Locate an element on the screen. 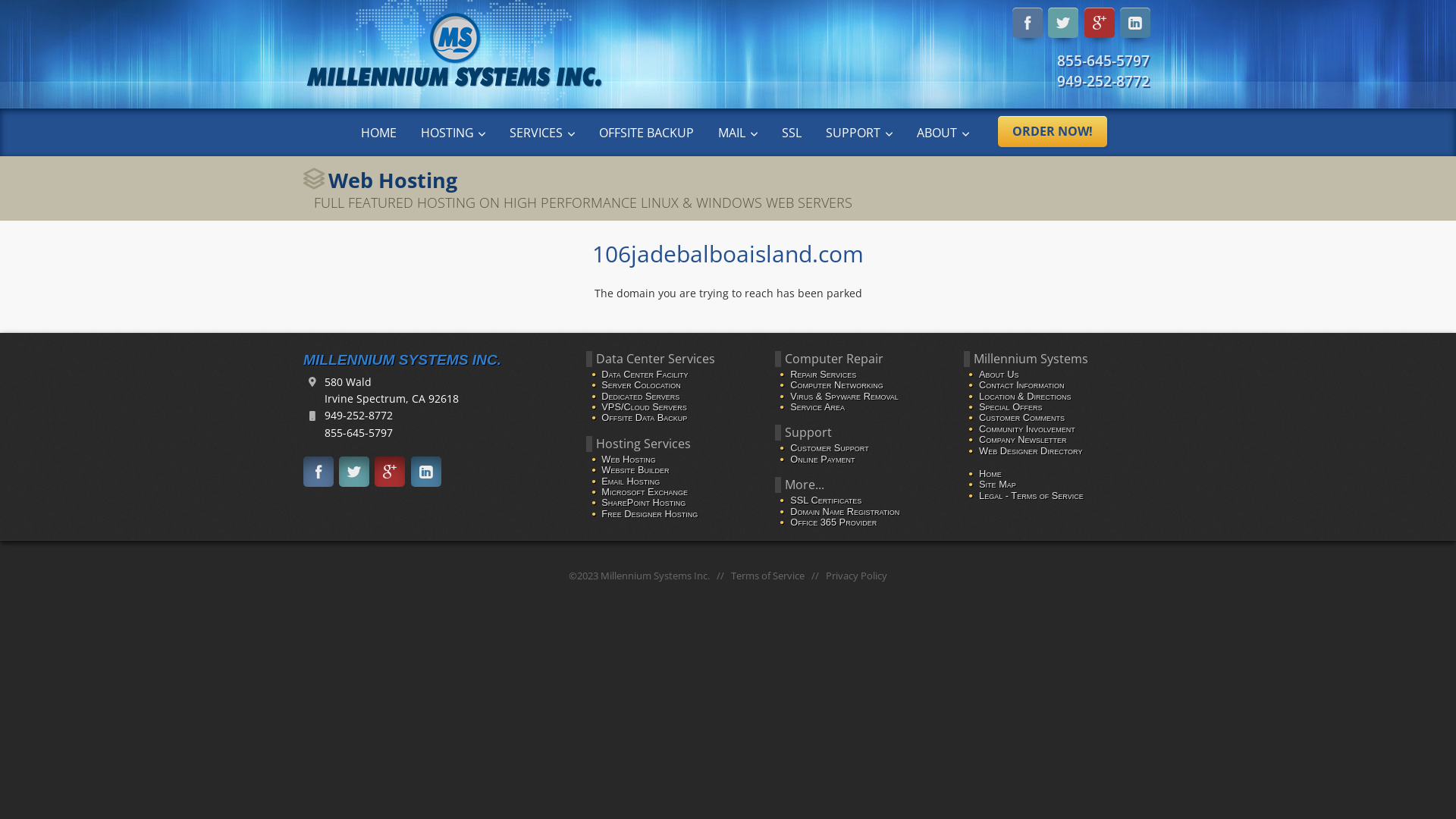 The width and height of the screenshot is (1456, 819). 'Privacy Policy' is located at coordinates (856, 576).